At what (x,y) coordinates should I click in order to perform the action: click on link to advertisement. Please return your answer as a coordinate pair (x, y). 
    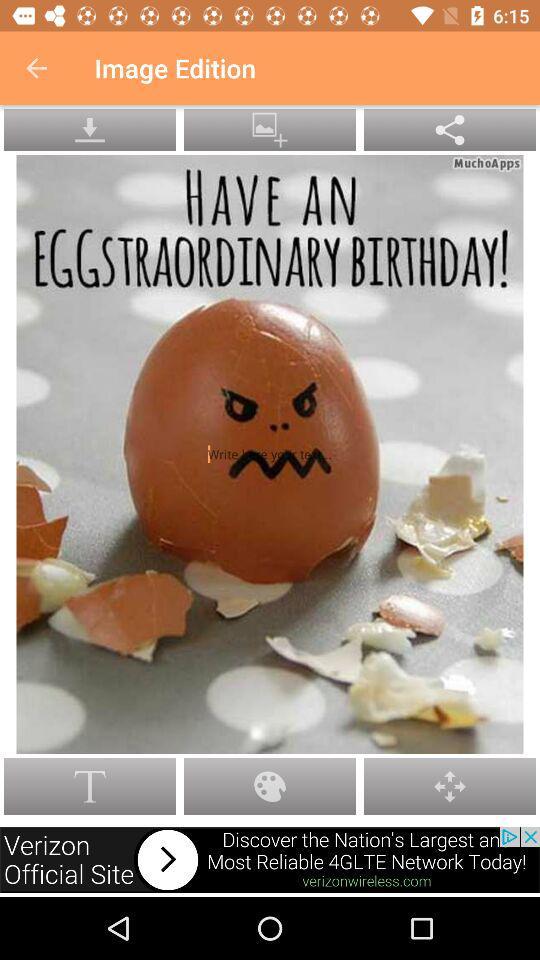
    Looking at the image, I should click on (270, 859).